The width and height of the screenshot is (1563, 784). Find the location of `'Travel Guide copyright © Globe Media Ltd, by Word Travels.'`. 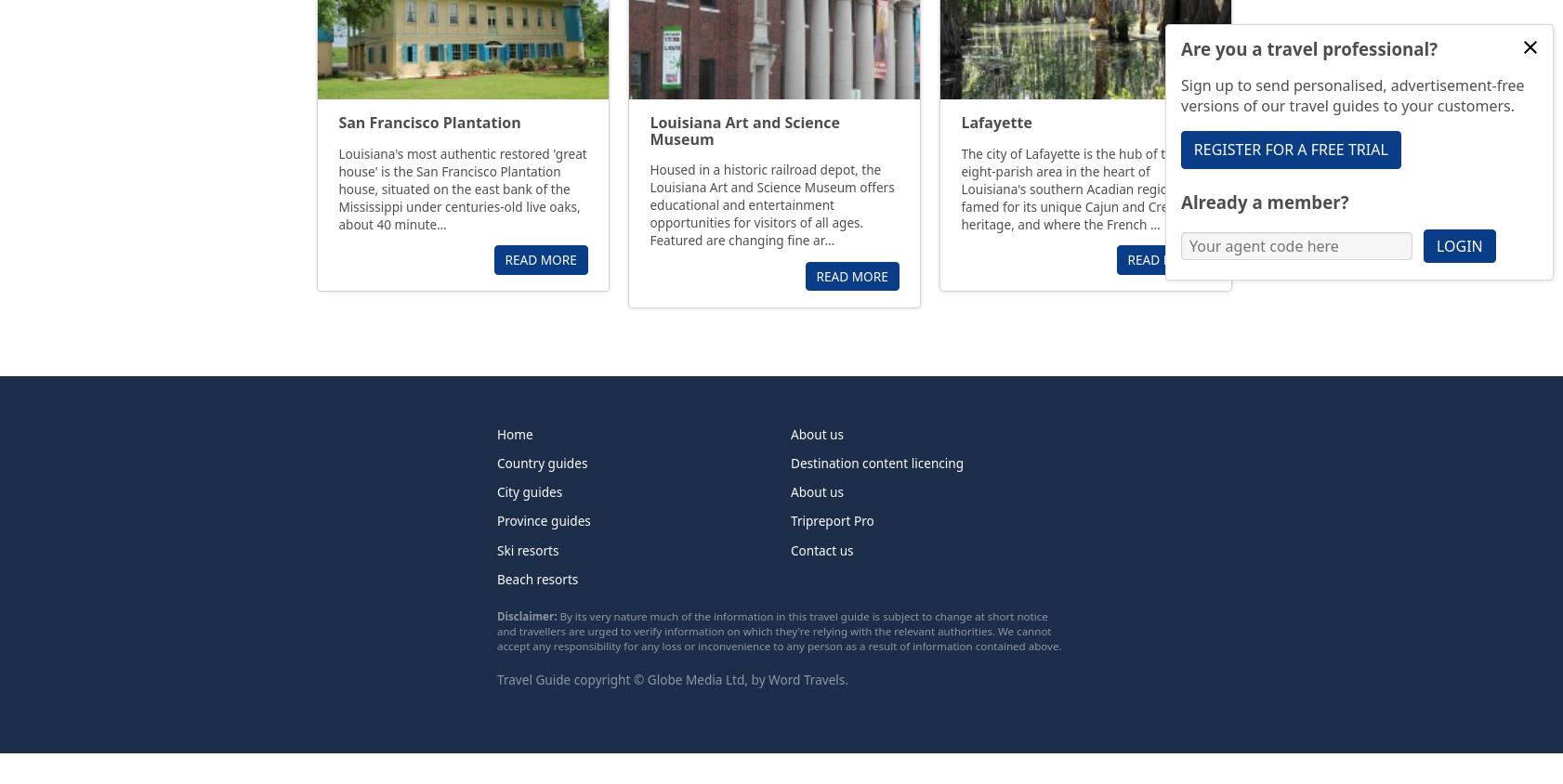

'Travel Guide copyright © Globe Media Ltd, by Word Travels.' is located at coordinates (672, 677).